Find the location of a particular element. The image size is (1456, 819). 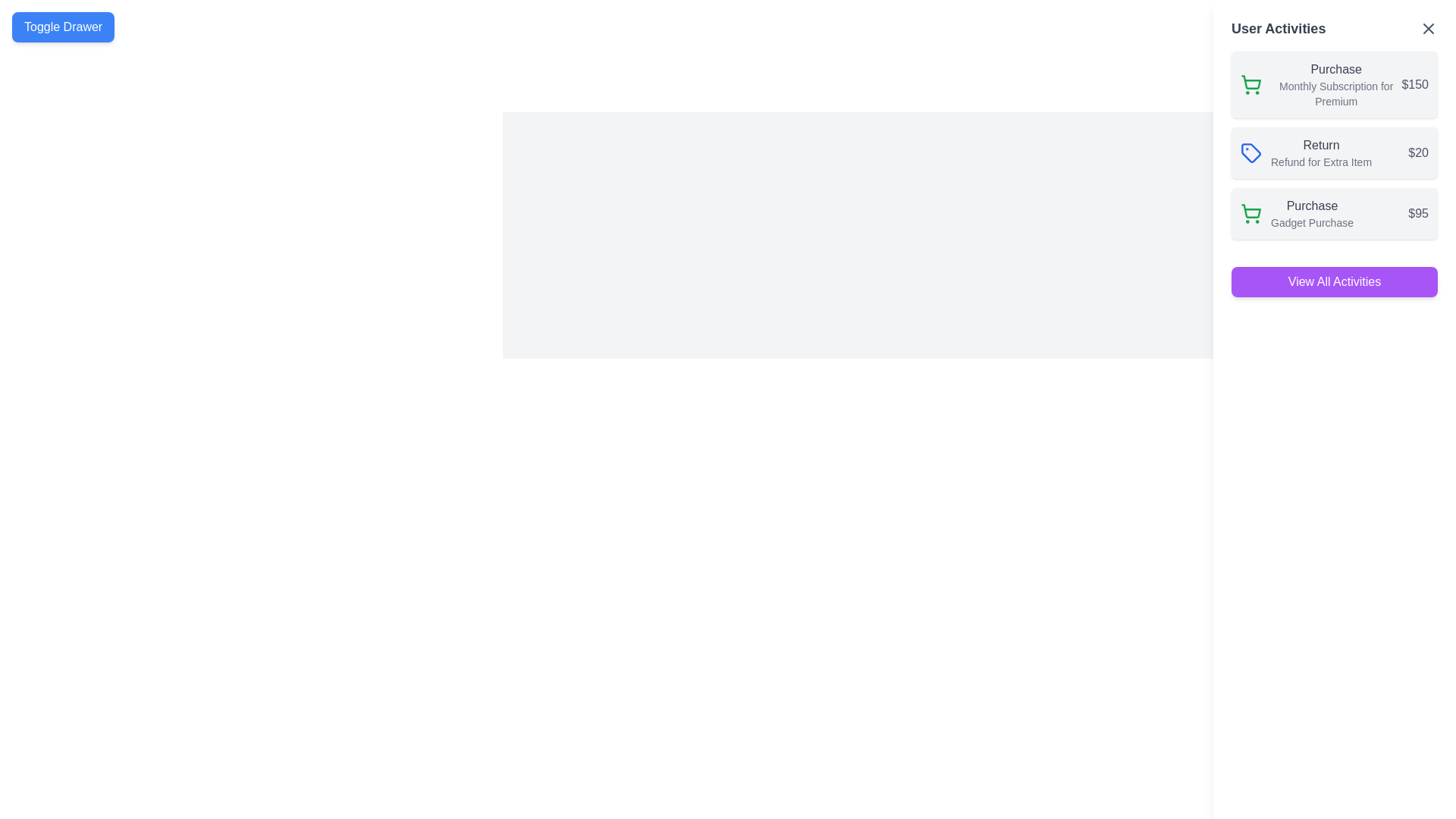

value displayed by the price label '$150' in the 'User Activities' panel, which is associated with the 'Monthly Subscription for Premium' is located at coordinates (1414, 84).